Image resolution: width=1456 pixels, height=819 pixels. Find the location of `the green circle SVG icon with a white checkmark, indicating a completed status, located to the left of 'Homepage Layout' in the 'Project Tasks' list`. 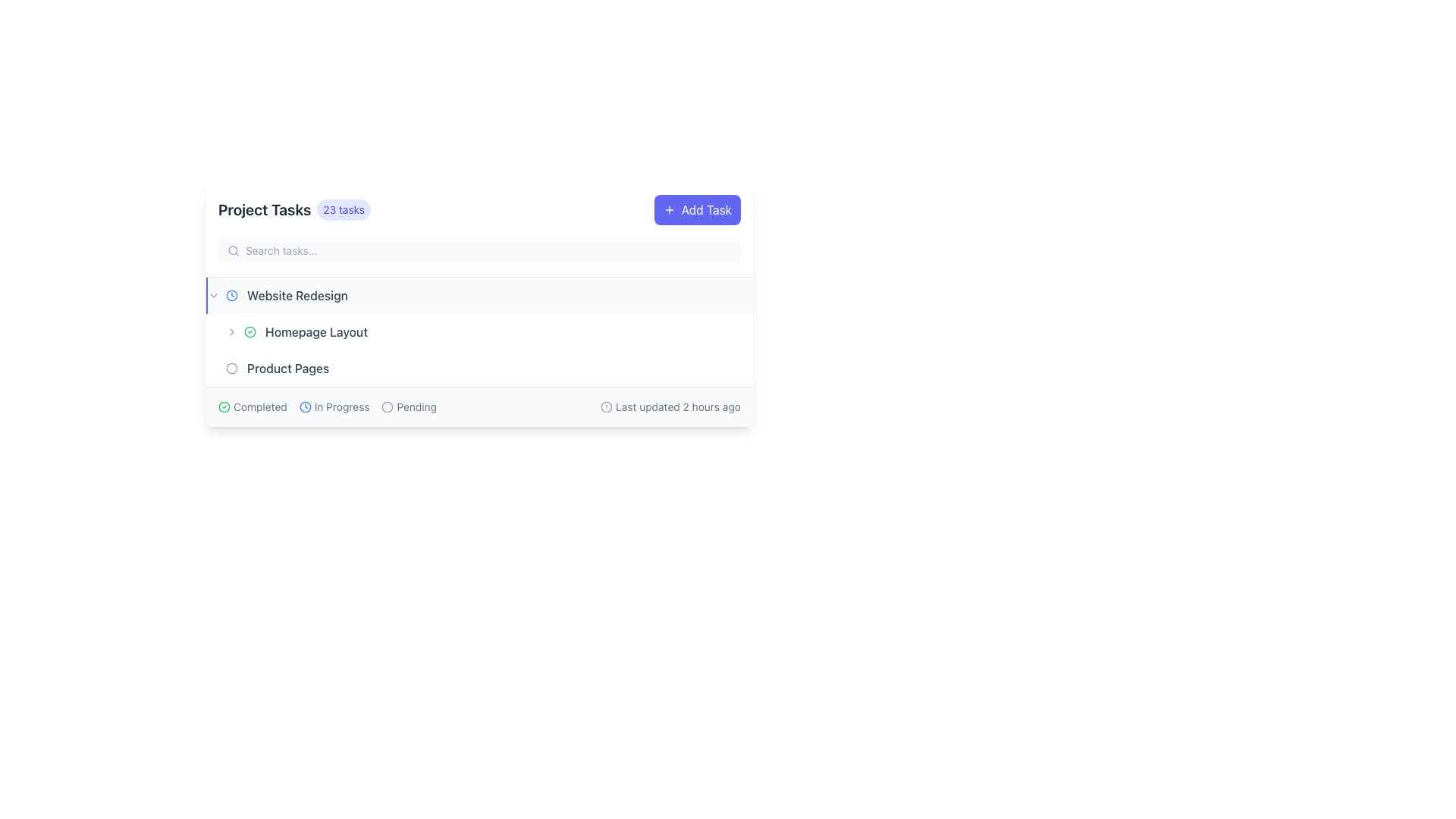

the green circle SVG icon with a white checkmark, indicating a completed status, located to the left of 'Homepage Layout' in the 'Project Tasks' list is located at coordinates (250, 331).